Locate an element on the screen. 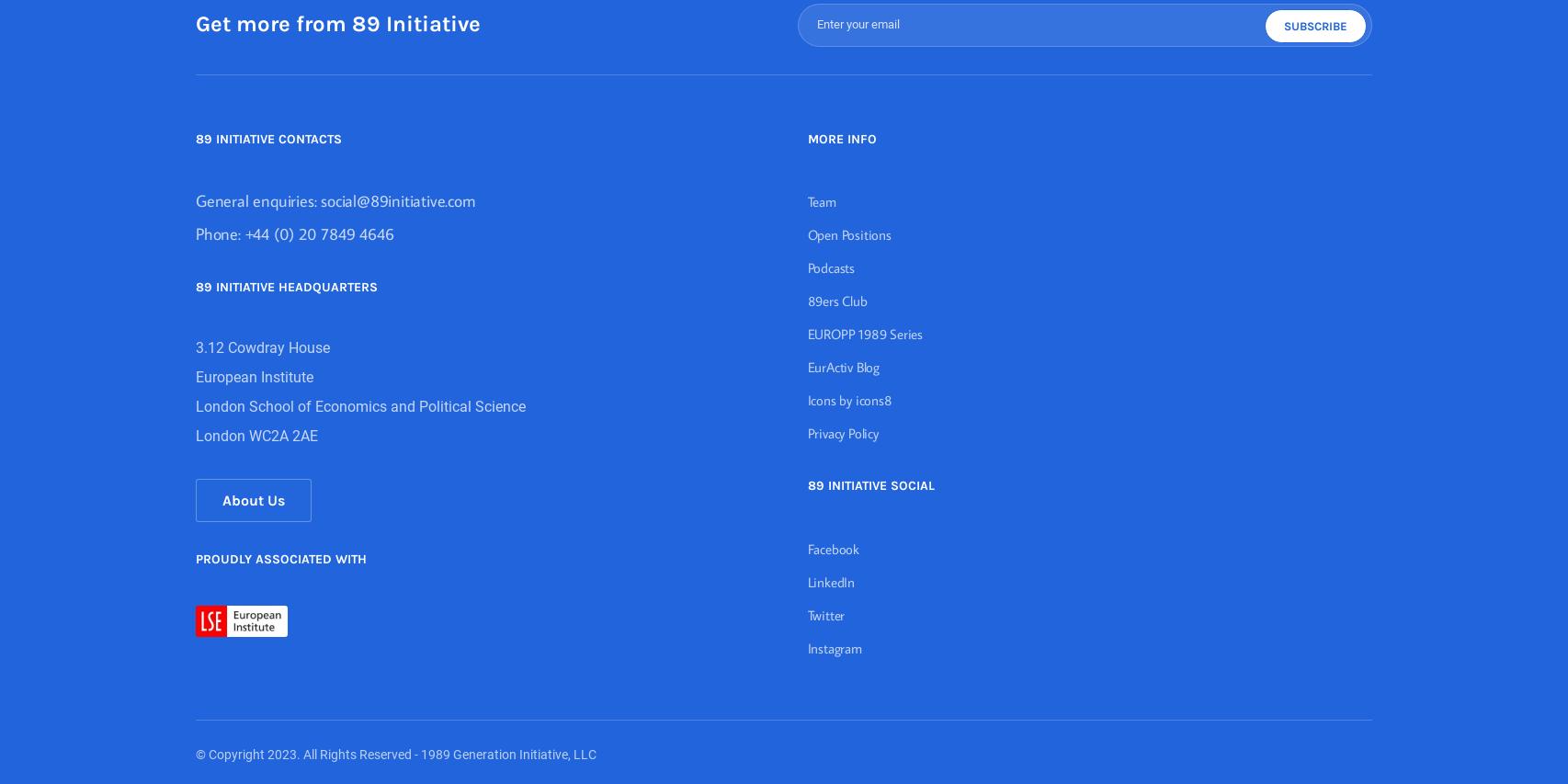 Image resolution: width=1568 pixels, height=784 pixels. 'About Us' is located at coordinates (254, 499).